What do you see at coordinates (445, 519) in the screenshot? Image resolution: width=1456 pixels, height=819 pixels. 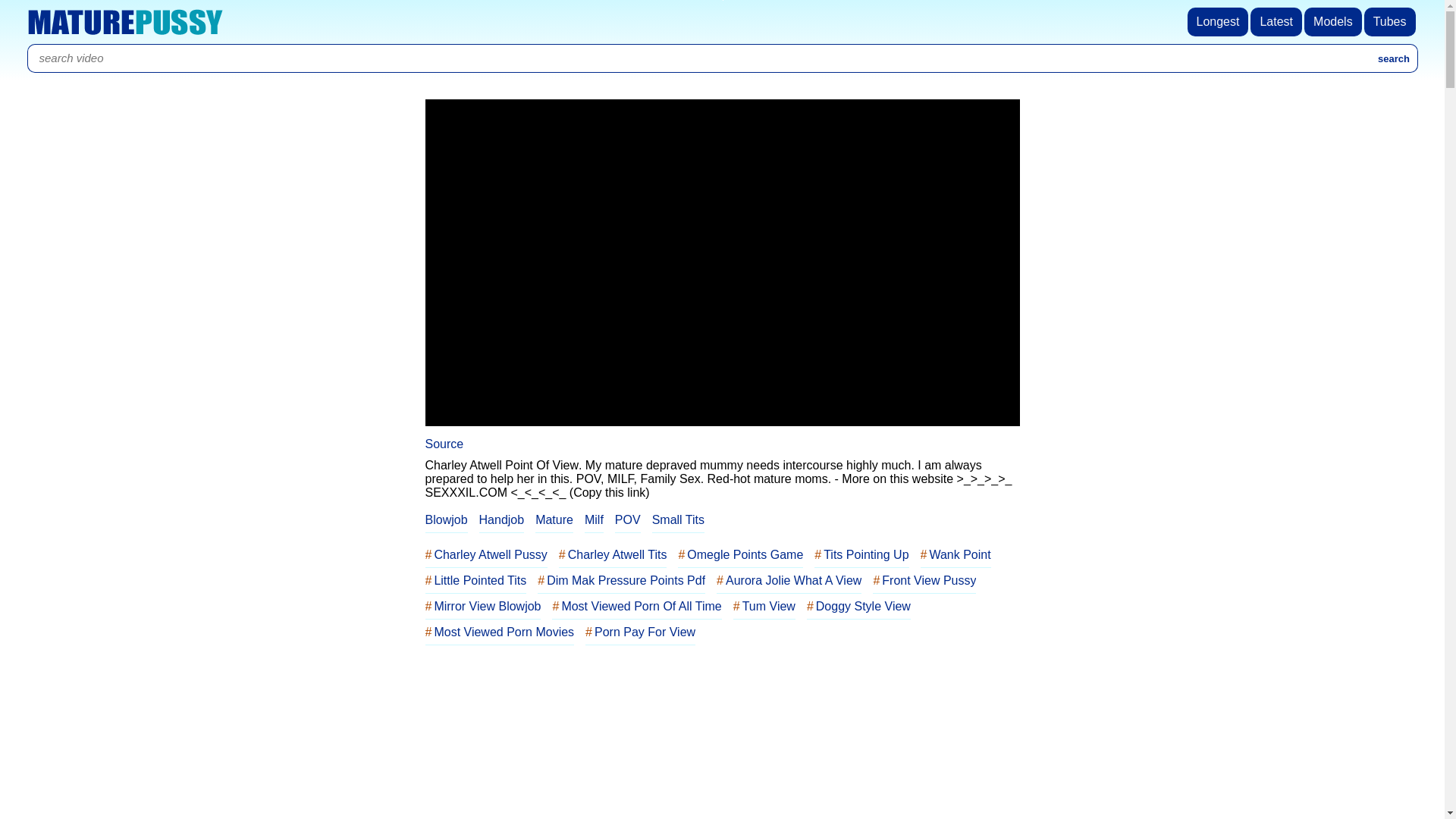 I see `'Blowjob'` at bounding box center [445, 519].